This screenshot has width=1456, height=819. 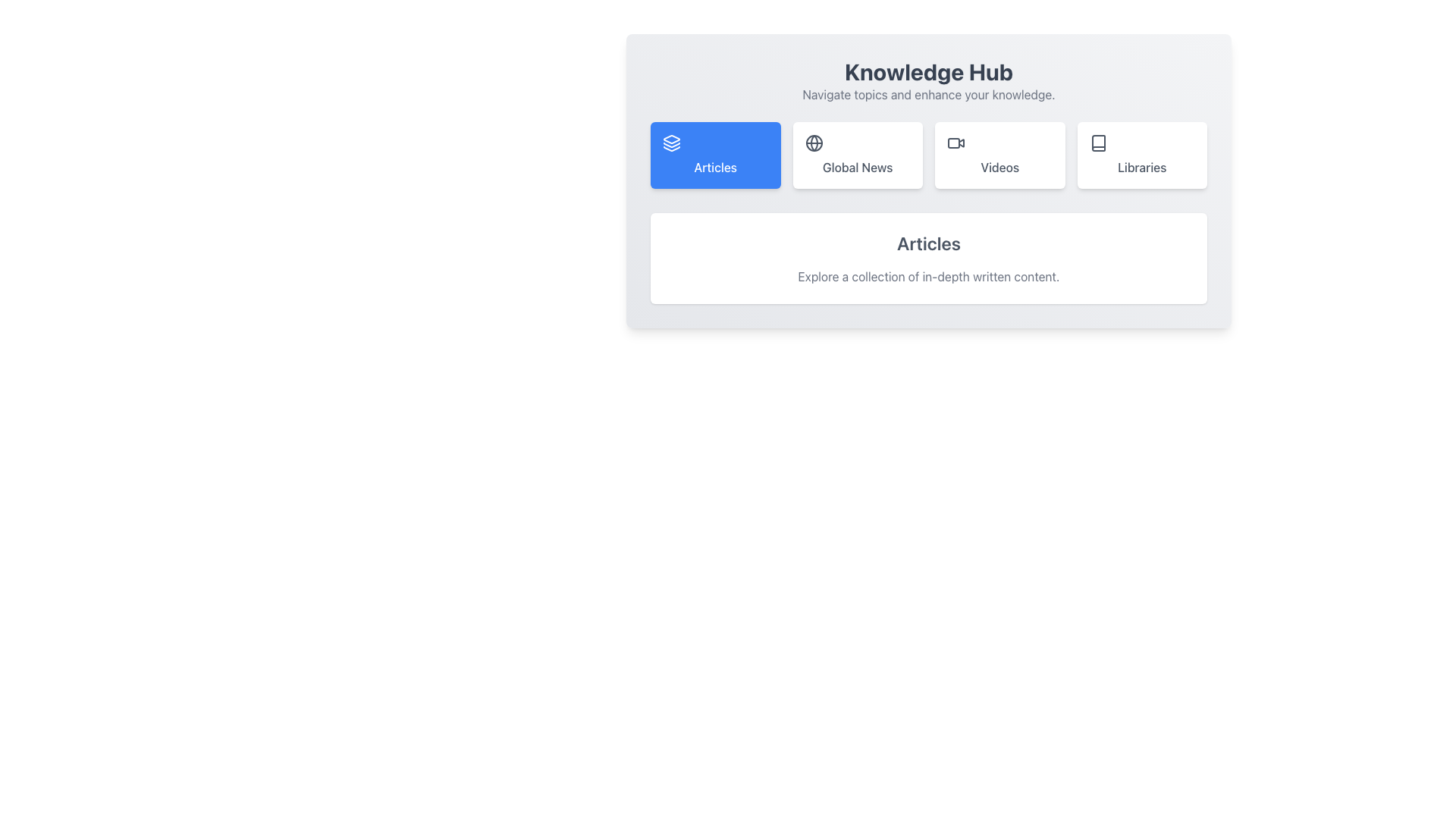 I want to click on the inner circle of the globe icon, which is the second option in the horizontal menu next to 'Articles', so click(x=813, y=143).